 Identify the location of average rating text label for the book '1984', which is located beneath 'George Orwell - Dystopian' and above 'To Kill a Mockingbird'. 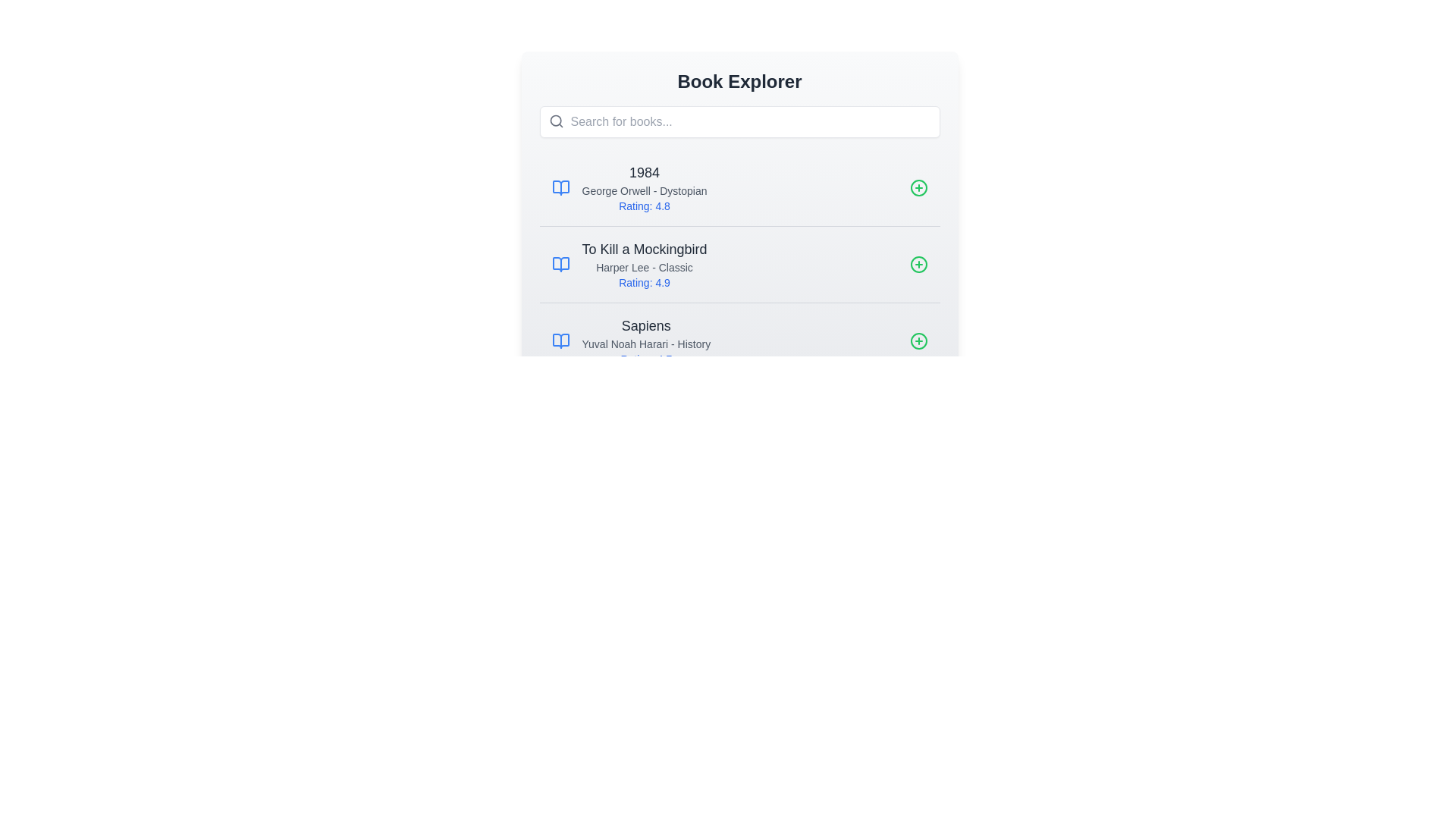
(644, 206).